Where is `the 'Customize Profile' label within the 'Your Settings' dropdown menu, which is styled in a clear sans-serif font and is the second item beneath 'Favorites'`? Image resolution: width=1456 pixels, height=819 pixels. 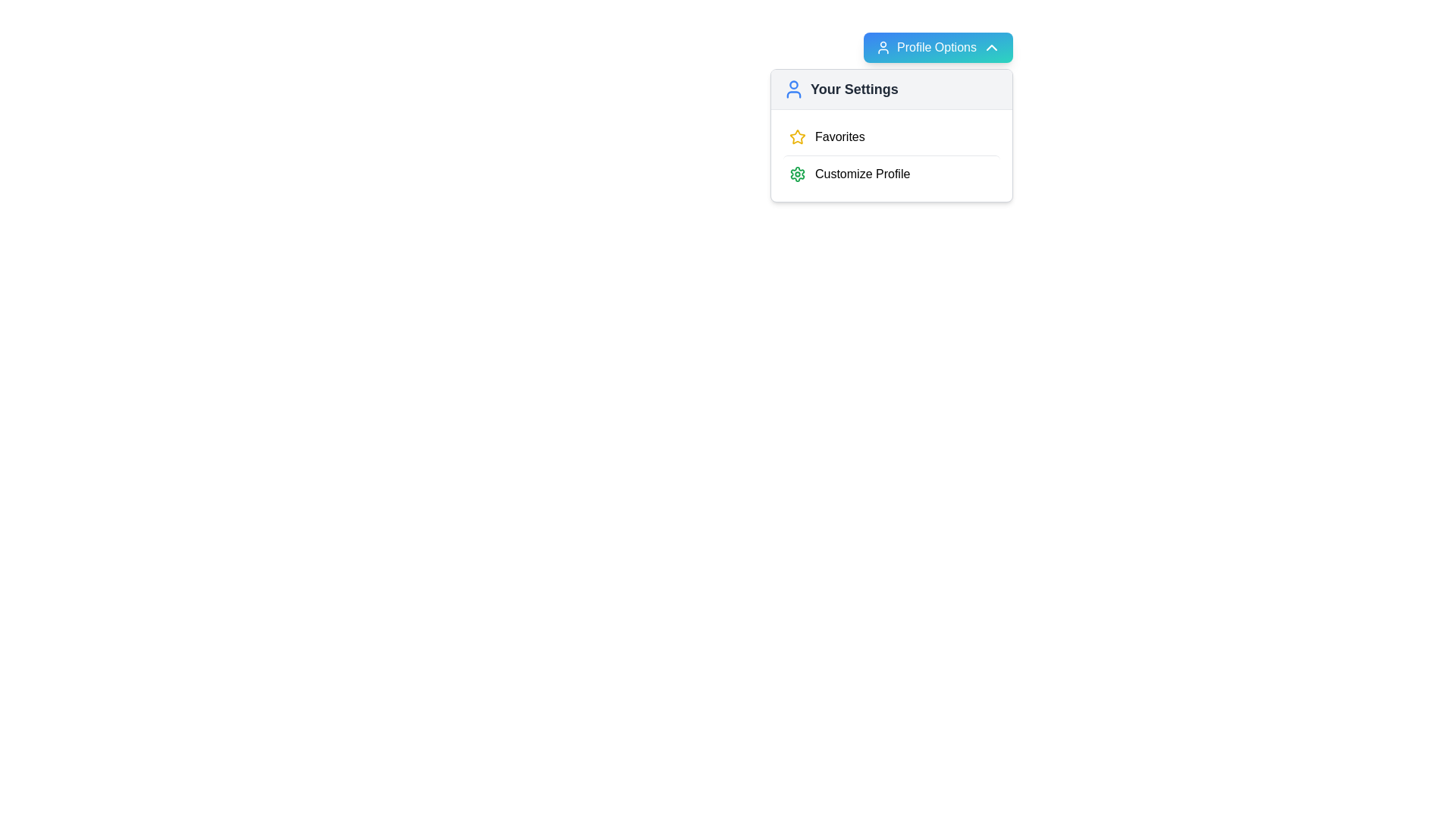
the 'Customize Profile' label within the 'Your Settings' dropdown menu, which is styled in a clear sans-serif font and is the second item beneath 'Favorites' is located at coordinates (862, 174).